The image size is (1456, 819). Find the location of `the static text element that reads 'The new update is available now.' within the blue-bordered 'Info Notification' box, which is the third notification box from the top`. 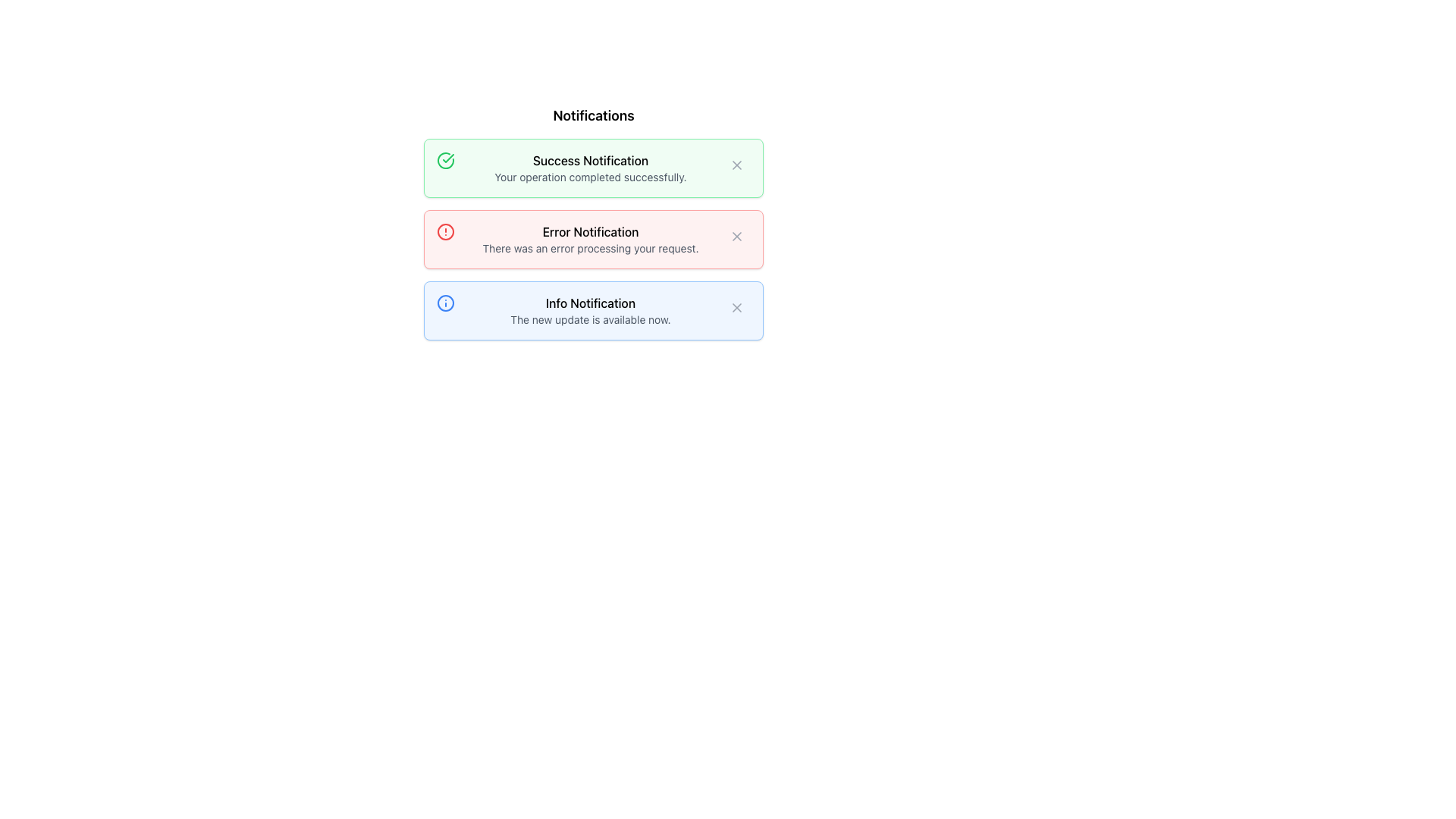

the static text element that reads 'The new update is available now.' within the blue-bordered 'Info Notification' box, which is the third notification box from the top is located at coordinates (589, 318).